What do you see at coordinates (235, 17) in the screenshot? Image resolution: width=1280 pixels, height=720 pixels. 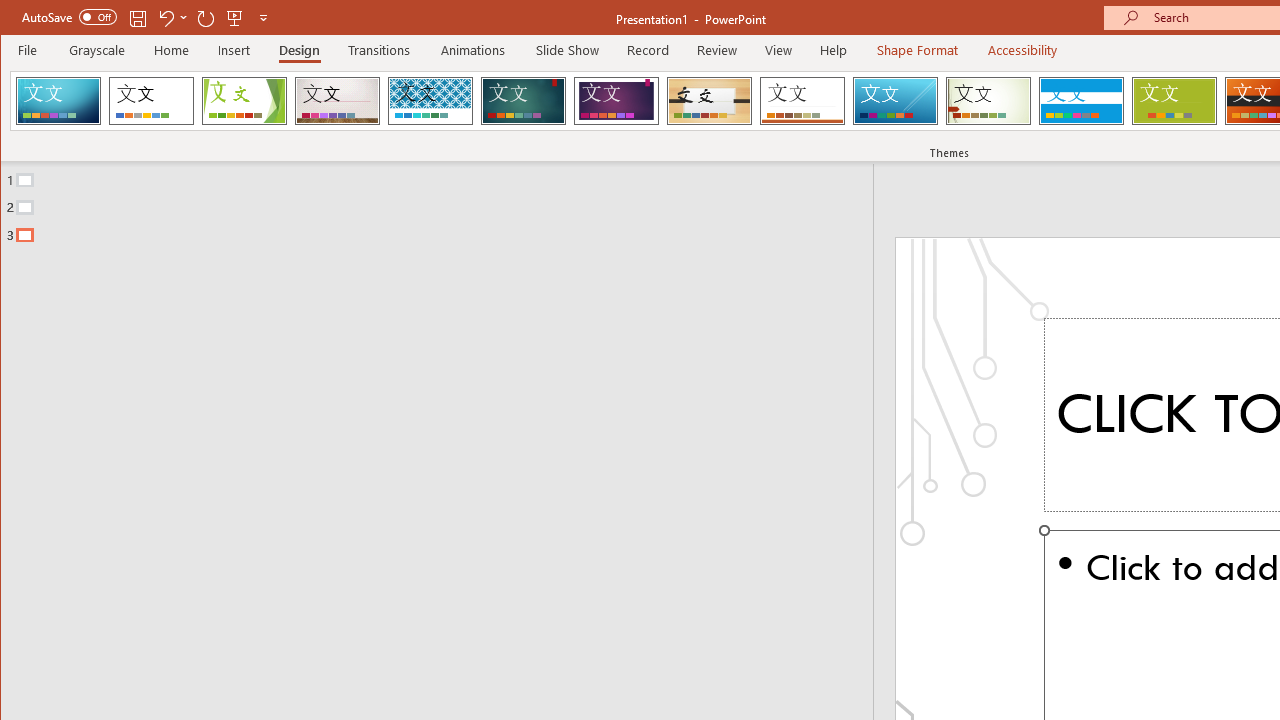 I see `'From Beginning'` at bounding box center [235, 17].